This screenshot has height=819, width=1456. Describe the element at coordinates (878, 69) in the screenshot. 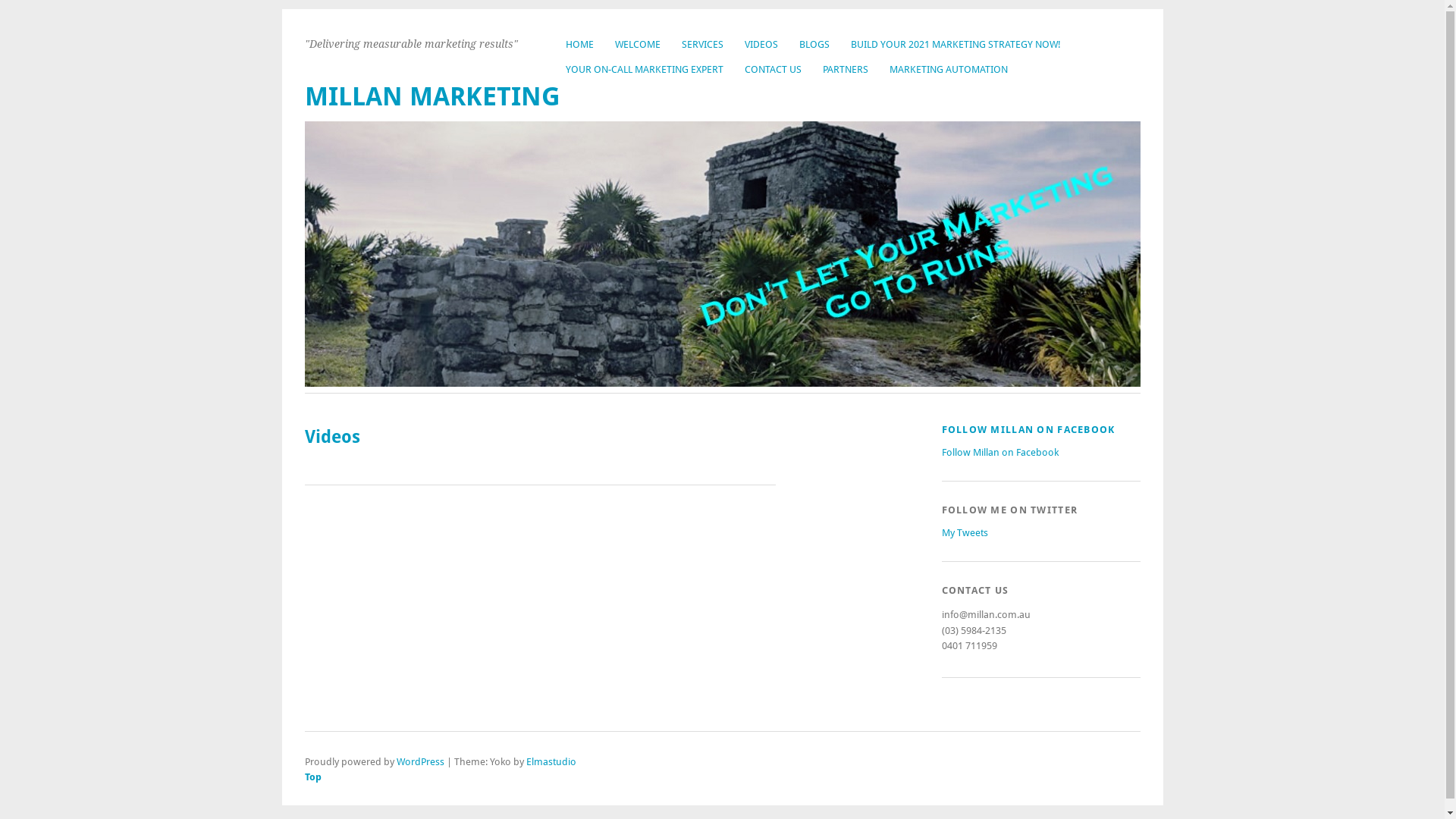

I see `'MARKETING AUTOMATION'` at that location.